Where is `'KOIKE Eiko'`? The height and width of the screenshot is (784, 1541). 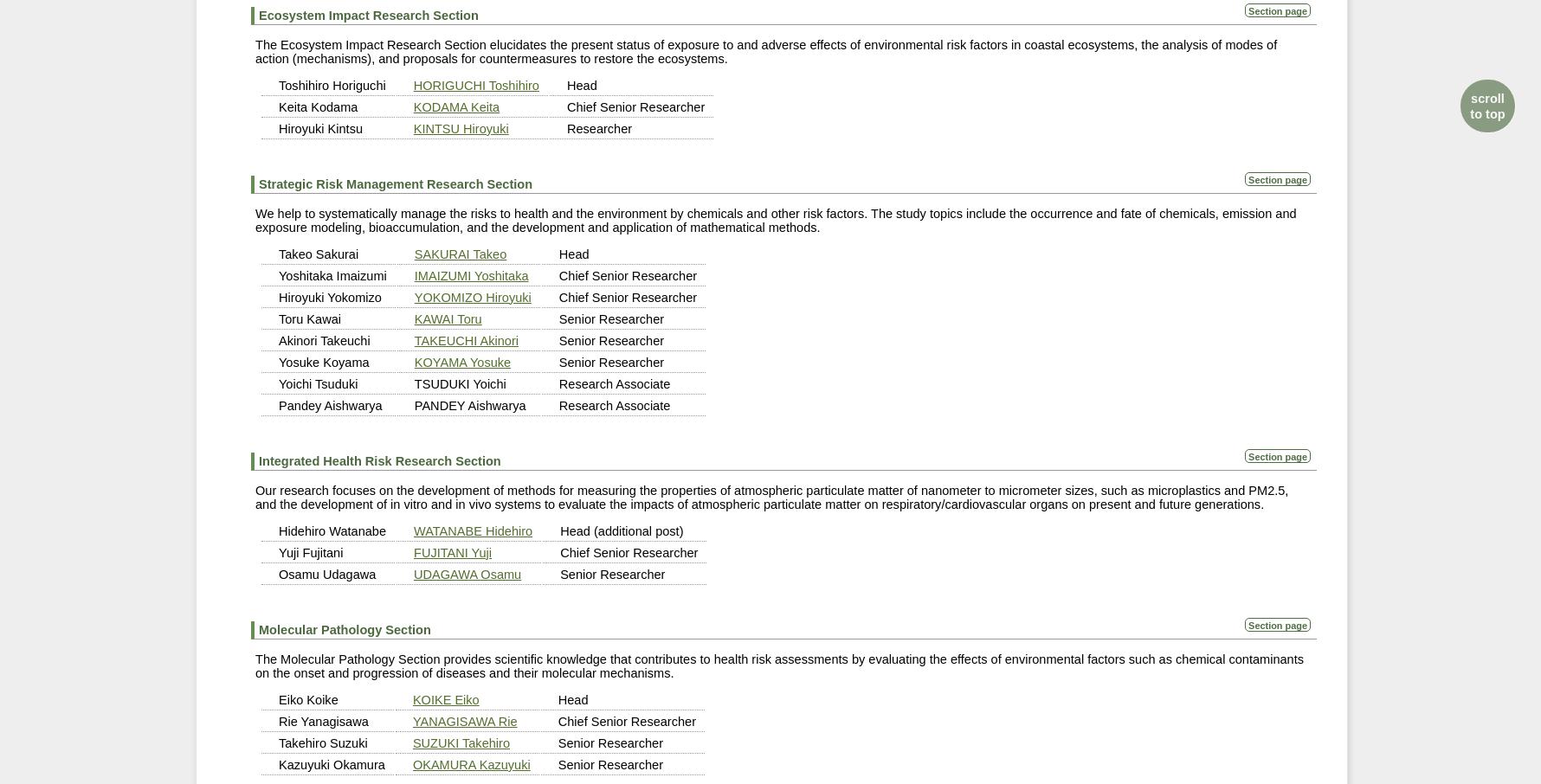
'KOIKE Eiko' is located at coordinates (445, 698).